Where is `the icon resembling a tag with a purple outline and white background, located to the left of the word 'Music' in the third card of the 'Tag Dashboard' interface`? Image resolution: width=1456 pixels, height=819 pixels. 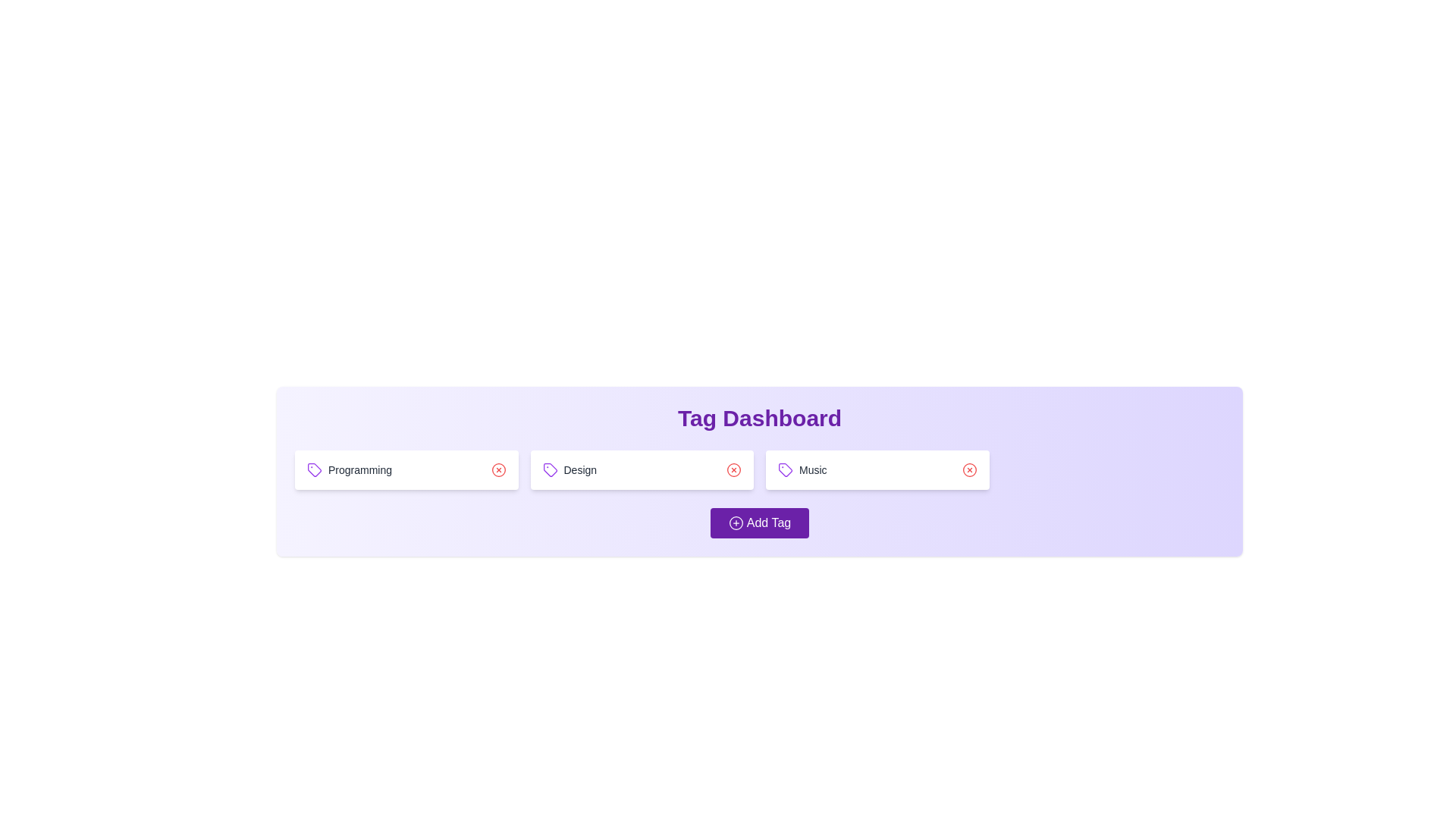 the icon resembling a tag with a purple outline and white background, located to the left of the word 'Music' in the third card of the 'Tag Dashboard' interface is located at coordinates (786, 469).